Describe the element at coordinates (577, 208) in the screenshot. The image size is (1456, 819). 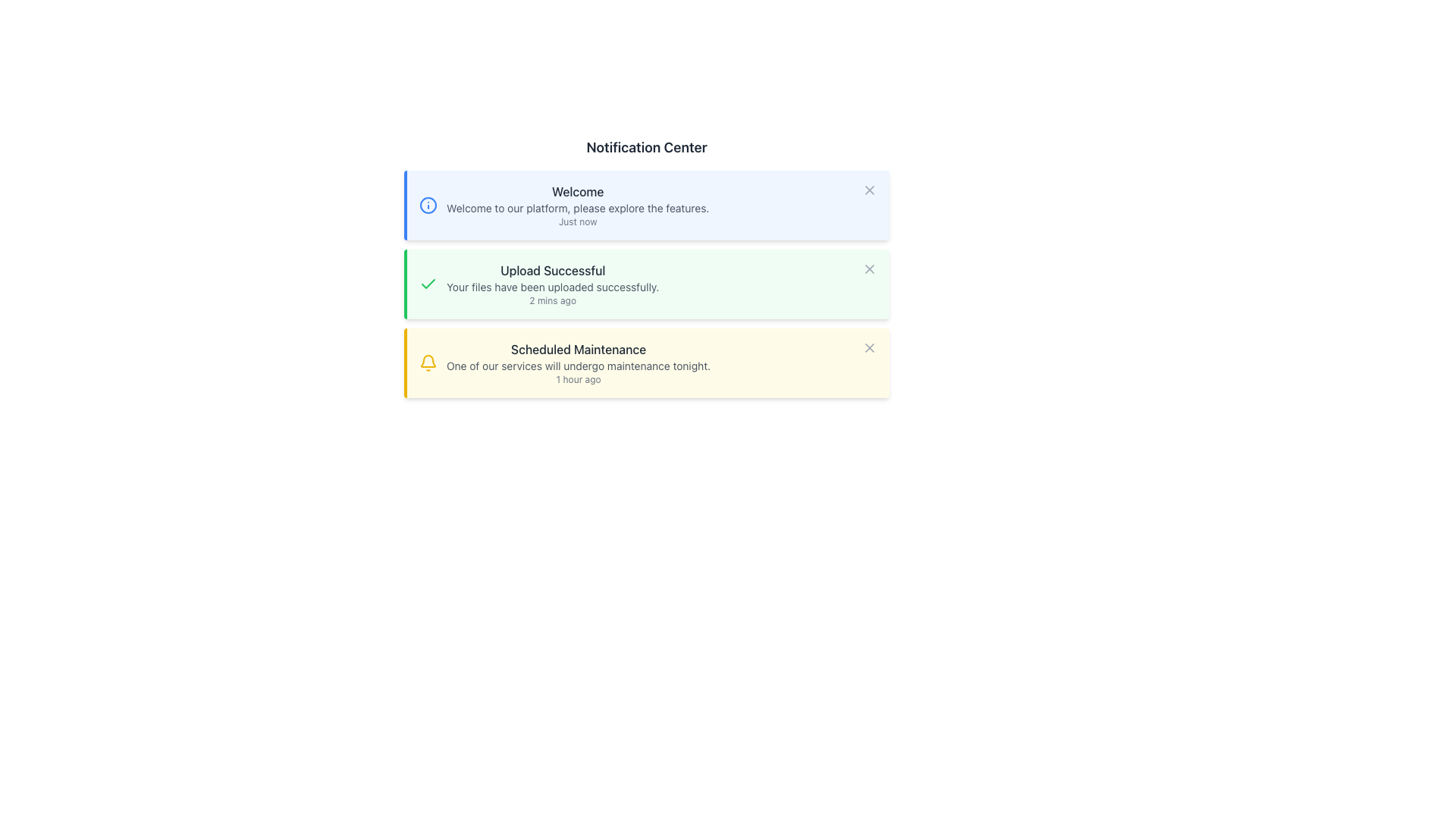
I see `line of text that says 'Welcome to our platform, please explore the features.' which is styled in a small gray font and positioned below the title 'Welcome'` at that location.